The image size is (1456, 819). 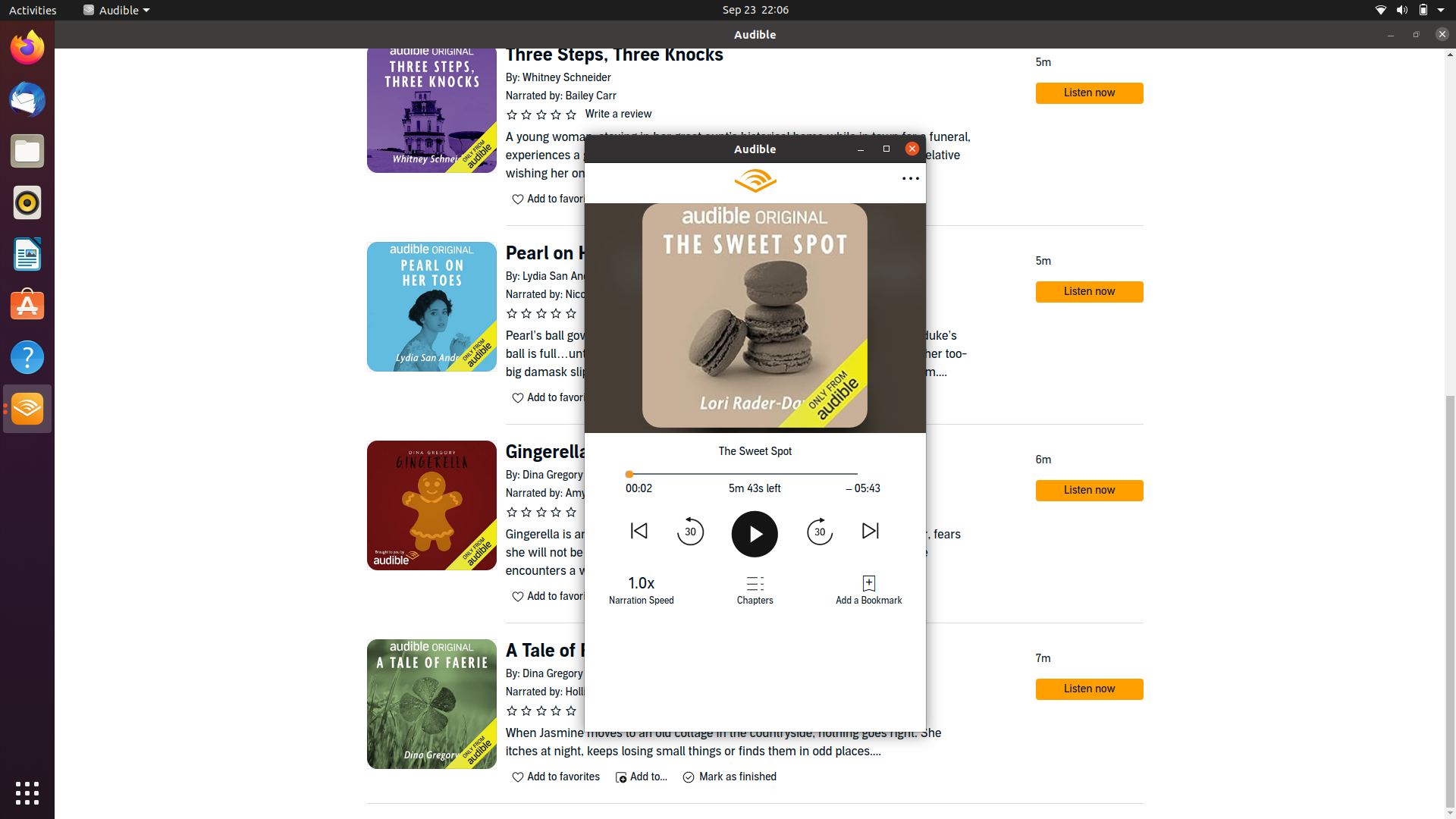 I want to click on Add to bookmark, so click(x=868, y=589).